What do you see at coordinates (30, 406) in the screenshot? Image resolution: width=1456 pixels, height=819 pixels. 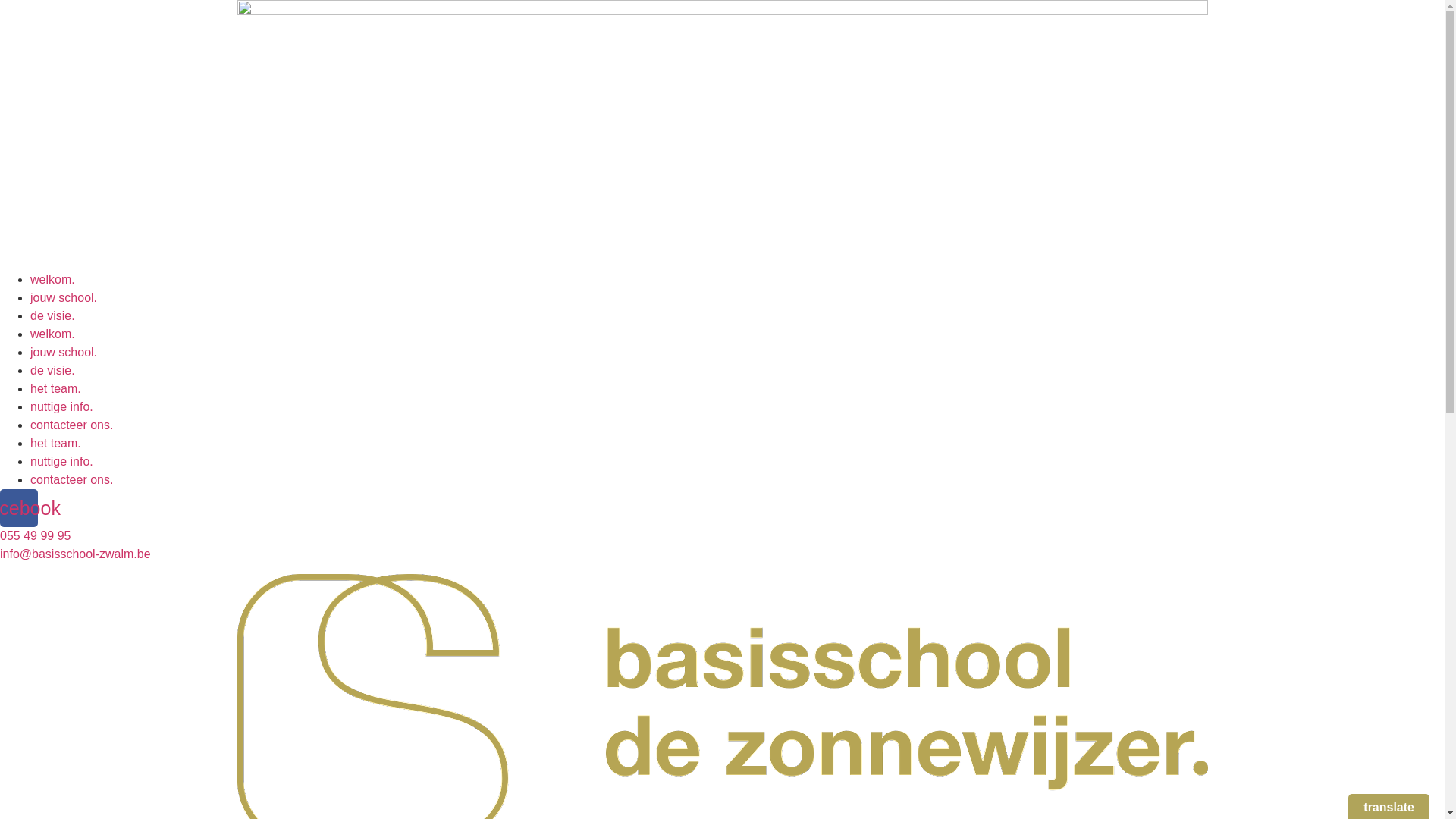 I see `'nuttige info.'` at bounding box center [30, 406].